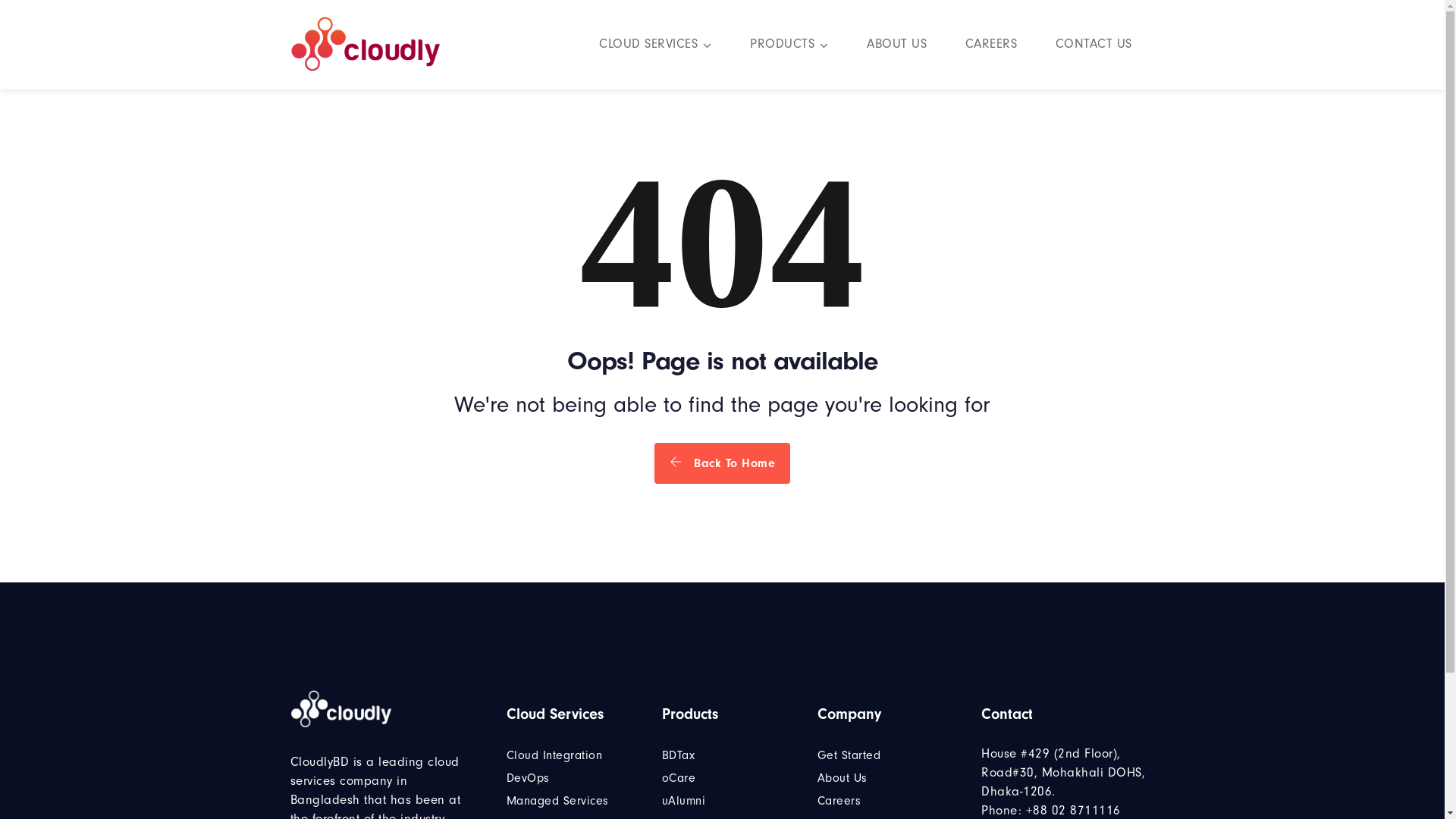 Image resolution: width=1456 pixels, height=819 pixels. Describe the element at coordinates (683, 800) in the screenshot. I see `'uAlumni'` at that location.